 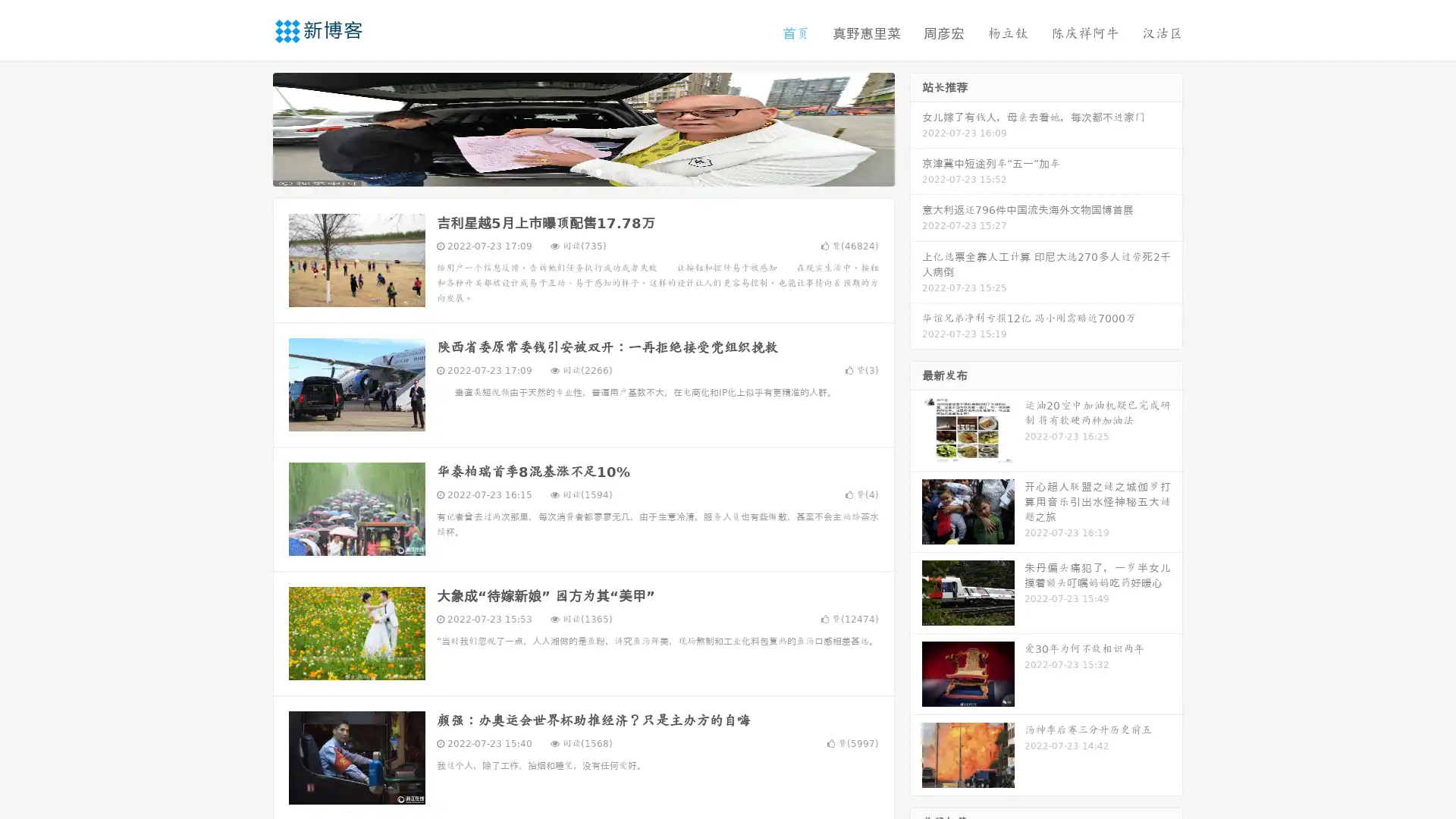 I want to click on Go to slide 3, so click(x=598, y=171).